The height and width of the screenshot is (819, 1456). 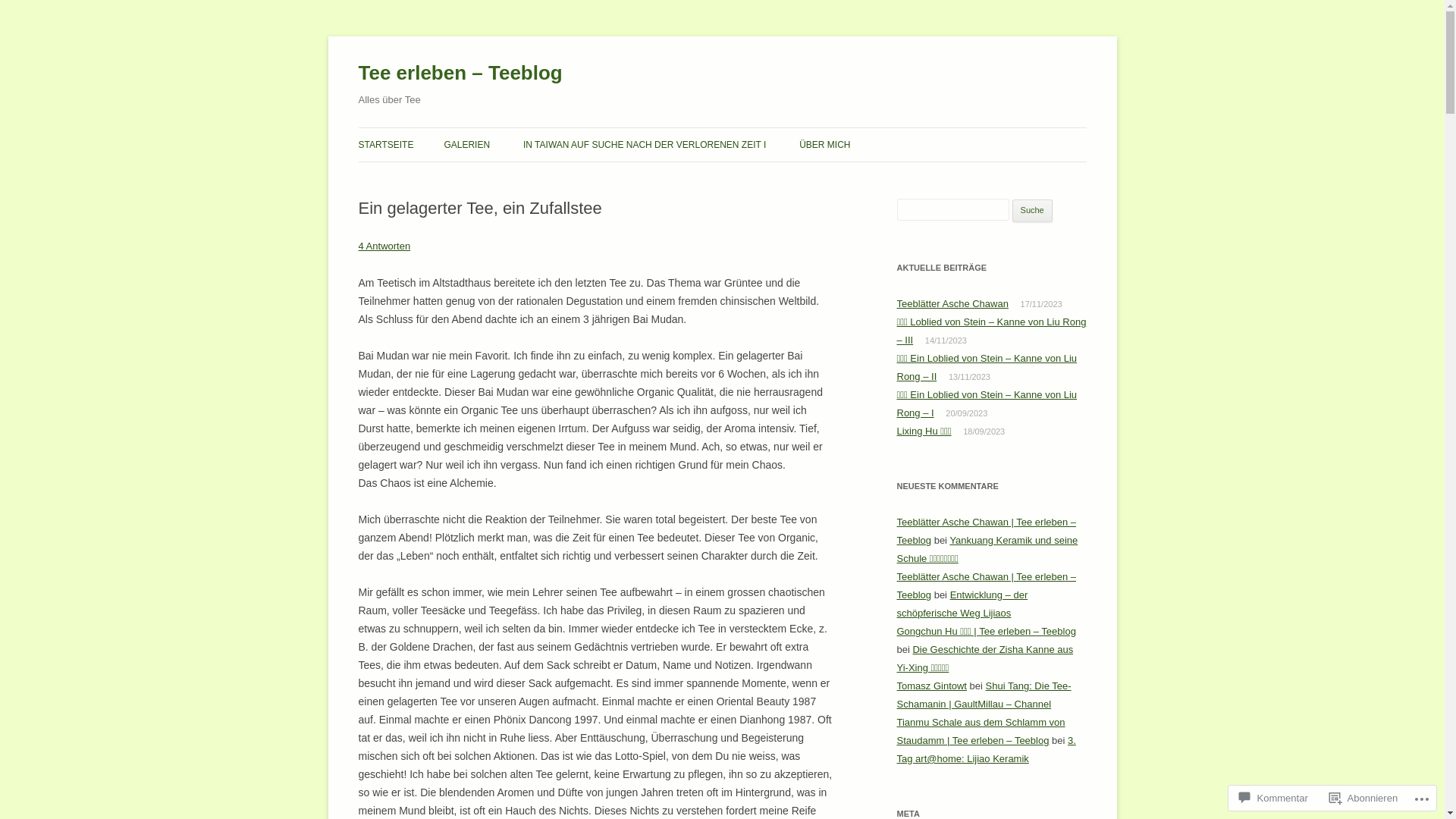 What do you see at coordinates (644, 145) in the screenshot?
I see `'IN TAIWAN AUF SUCHE NACH DER VERLORENEN ZEIT I'` at bounding box center [644, 145].